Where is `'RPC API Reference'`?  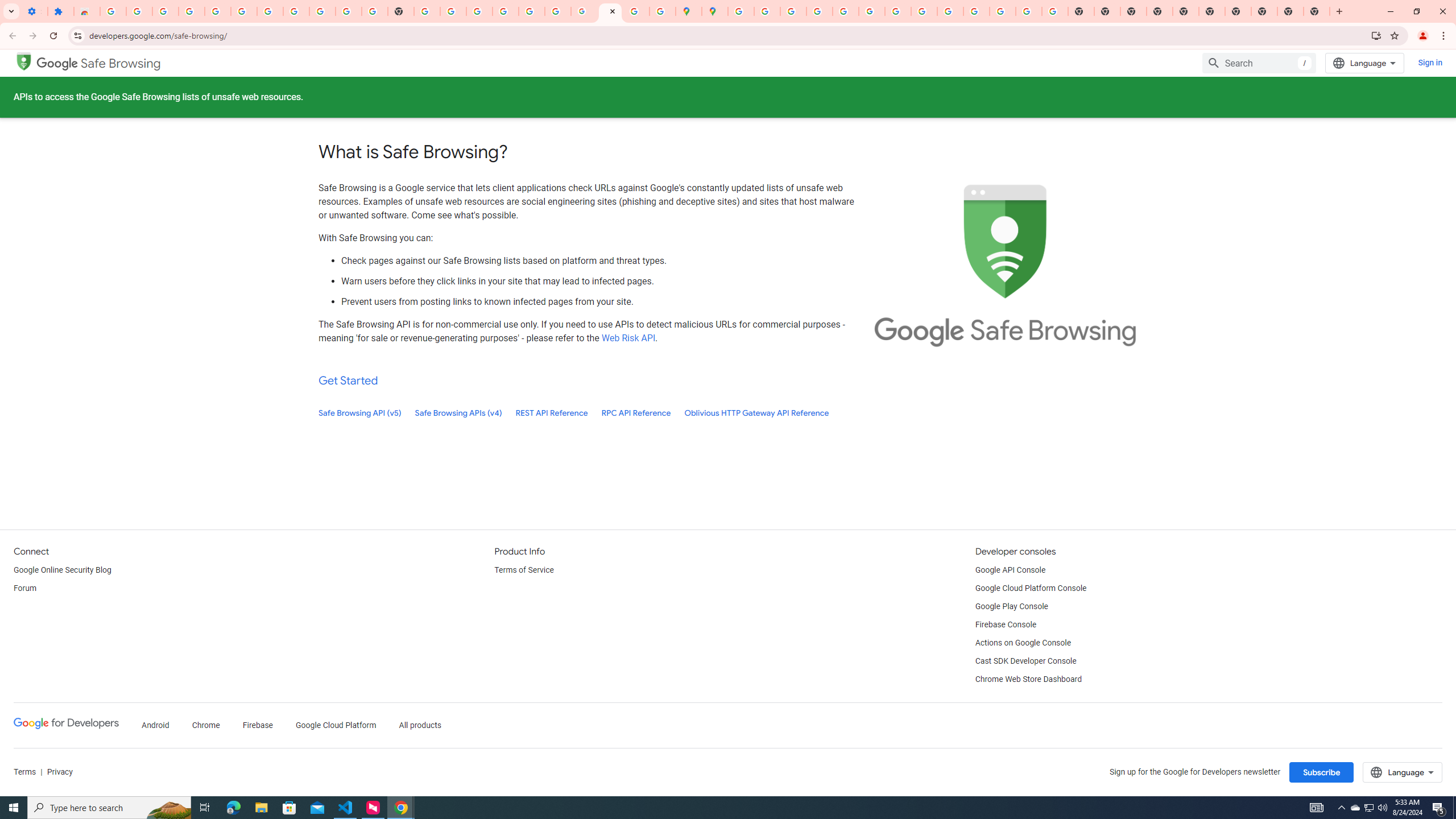 'RPC API Reference' is located at coordinates (635, 412).